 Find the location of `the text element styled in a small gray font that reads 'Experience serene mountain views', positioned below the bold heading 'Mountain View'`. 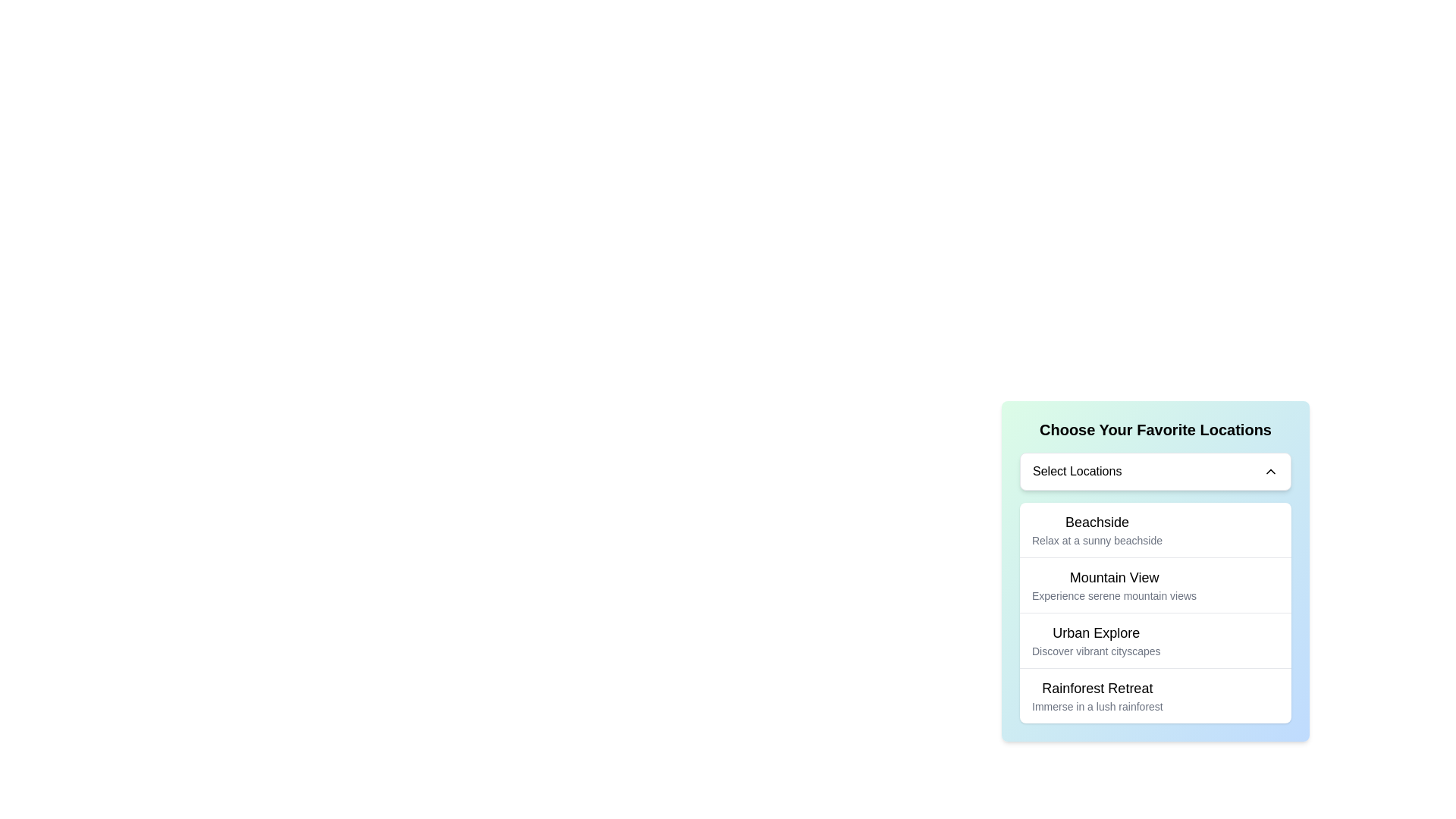

the text element styled in a small gray font that reads 'Experience serene mountain views', positioned below the bold heading 'Mountain View' is located at coordinates (1114, 595).